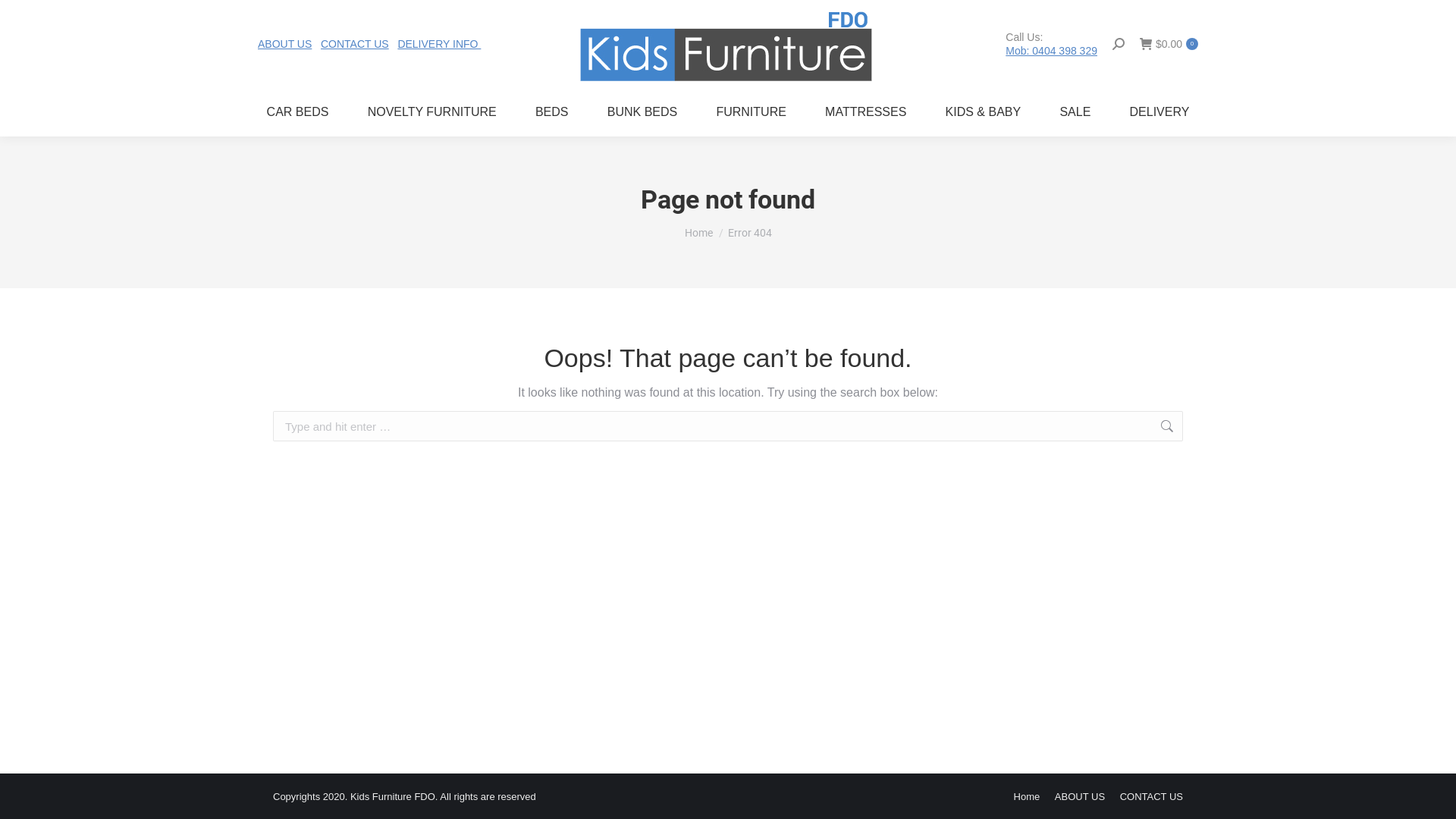 The height and width of the screenshot is (819, 1456). What do you see at coordinates (642, 111) in the screenshot?
I see `'BUNK BEDS'` at bounding box center [642, 111].